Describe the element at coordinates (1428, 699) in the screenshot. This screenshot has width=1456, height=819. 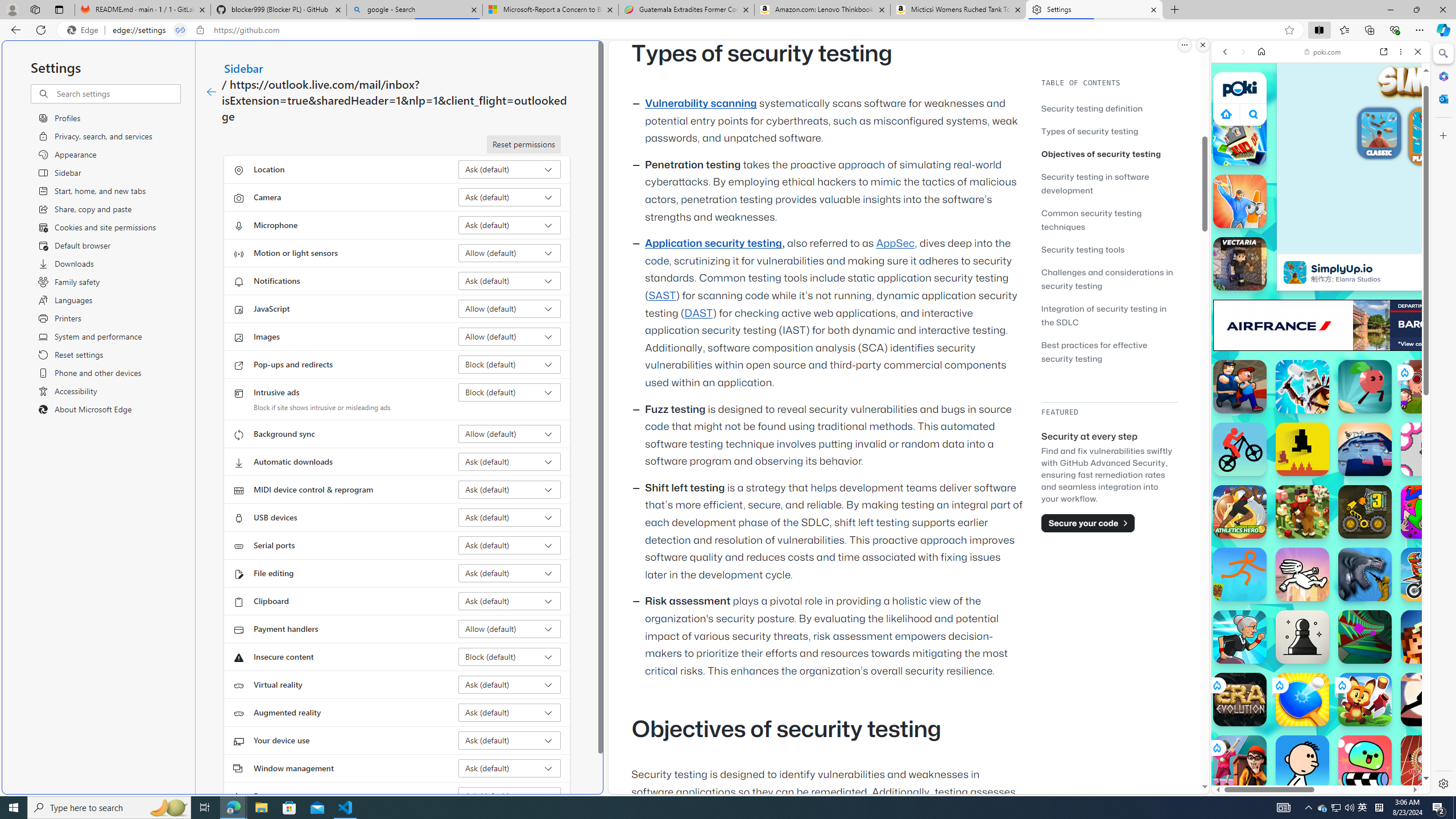
I see `'The Speed Ninja'` at that location.